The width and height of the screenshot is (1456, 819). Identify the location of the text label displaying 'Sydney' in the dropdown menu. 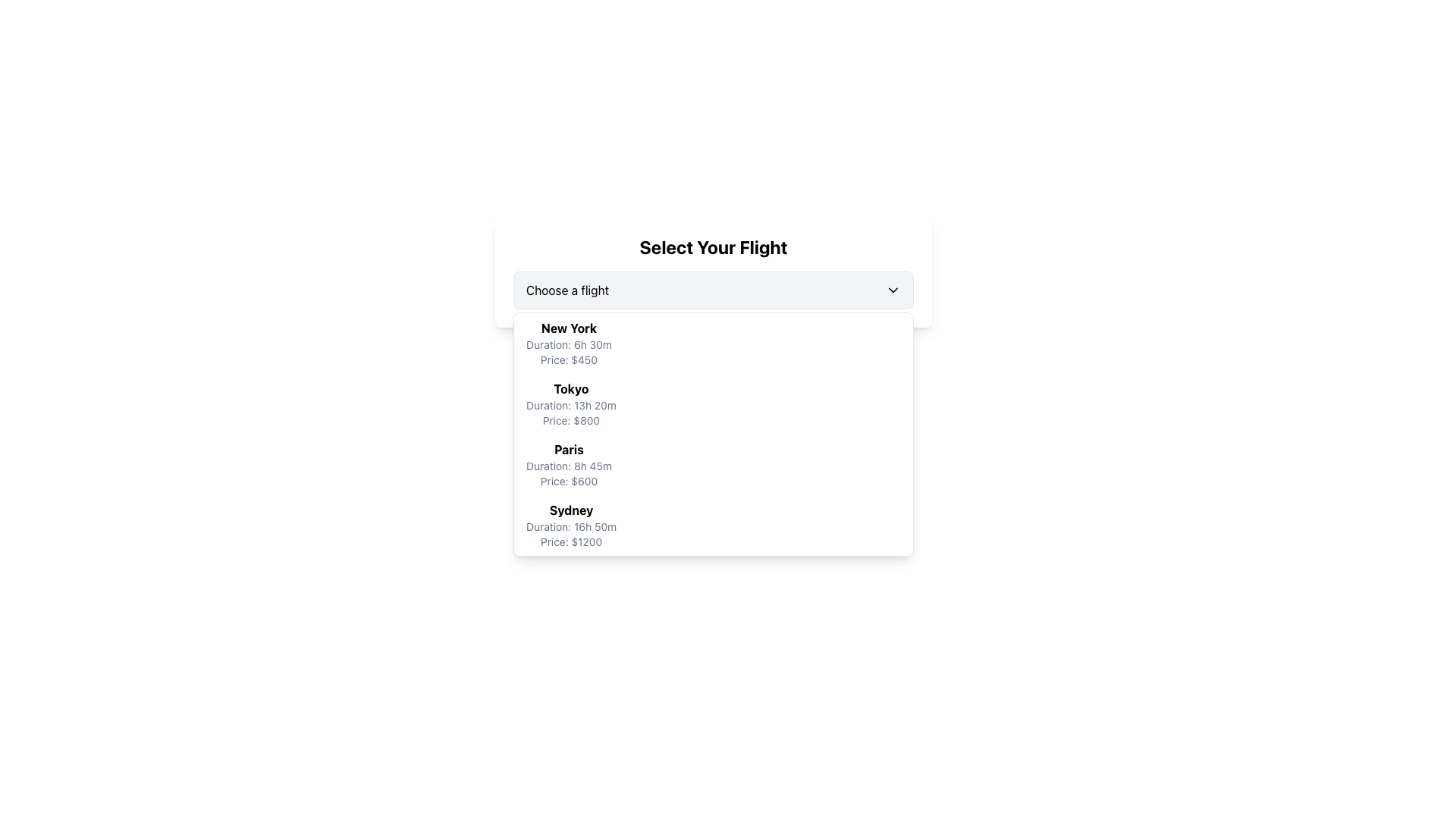
(570, 510).